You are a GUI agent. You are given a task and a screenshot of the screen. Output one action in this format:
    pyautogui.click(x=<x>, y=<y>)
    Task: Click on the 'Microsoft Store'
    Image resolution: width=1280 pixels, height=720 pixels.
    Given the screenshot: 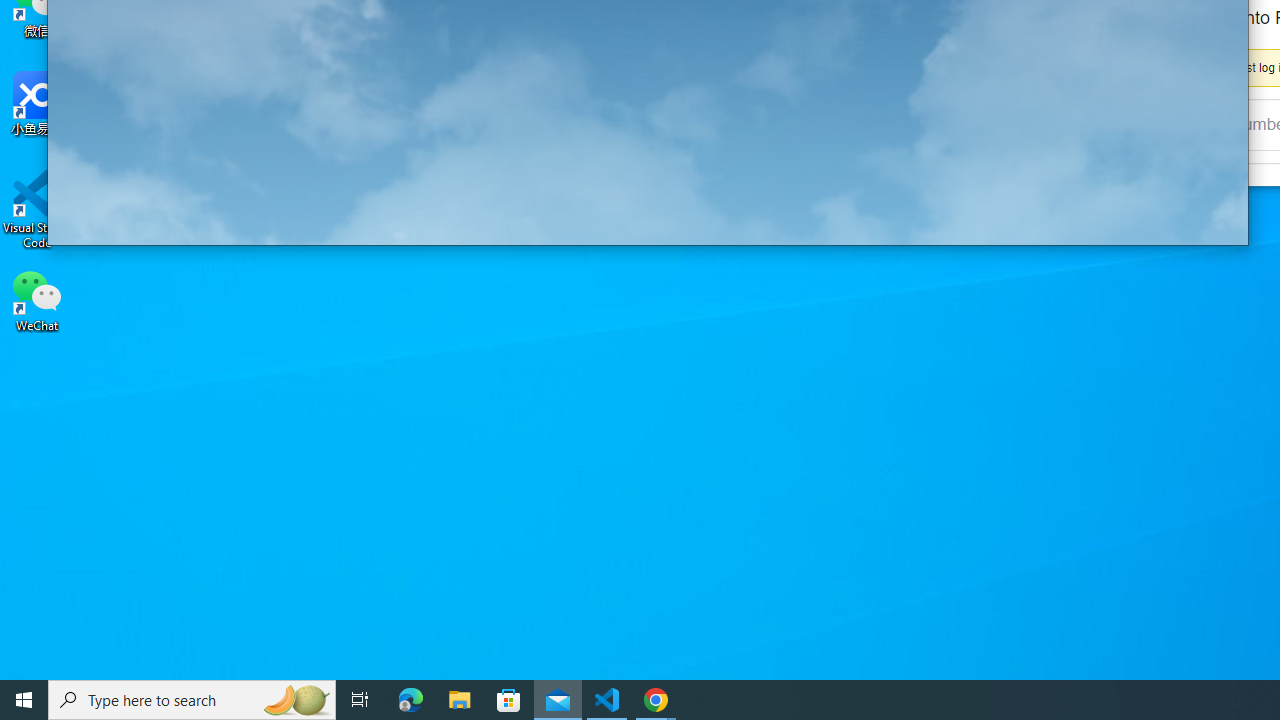 What is the action you would take?
    pyautogui.click(x=509, y=698)
    